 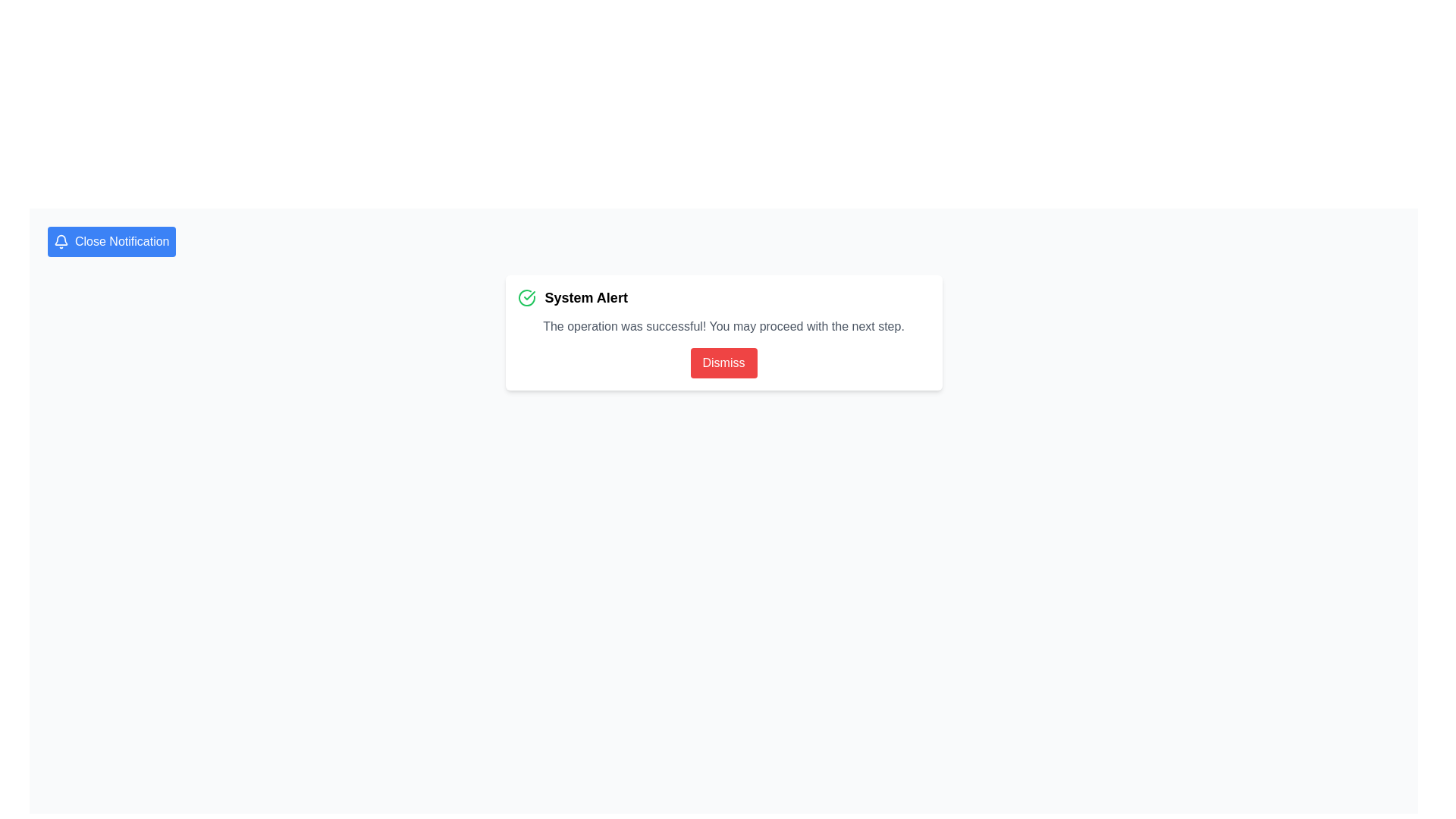 What do you see at coordinates (723, 326) in the screenshot?
I see `the Static Text element that communicates a successful operation, located beneath the 'System Alert' header and above the 'Dismiss' red button` at bounding box center [723, 326].